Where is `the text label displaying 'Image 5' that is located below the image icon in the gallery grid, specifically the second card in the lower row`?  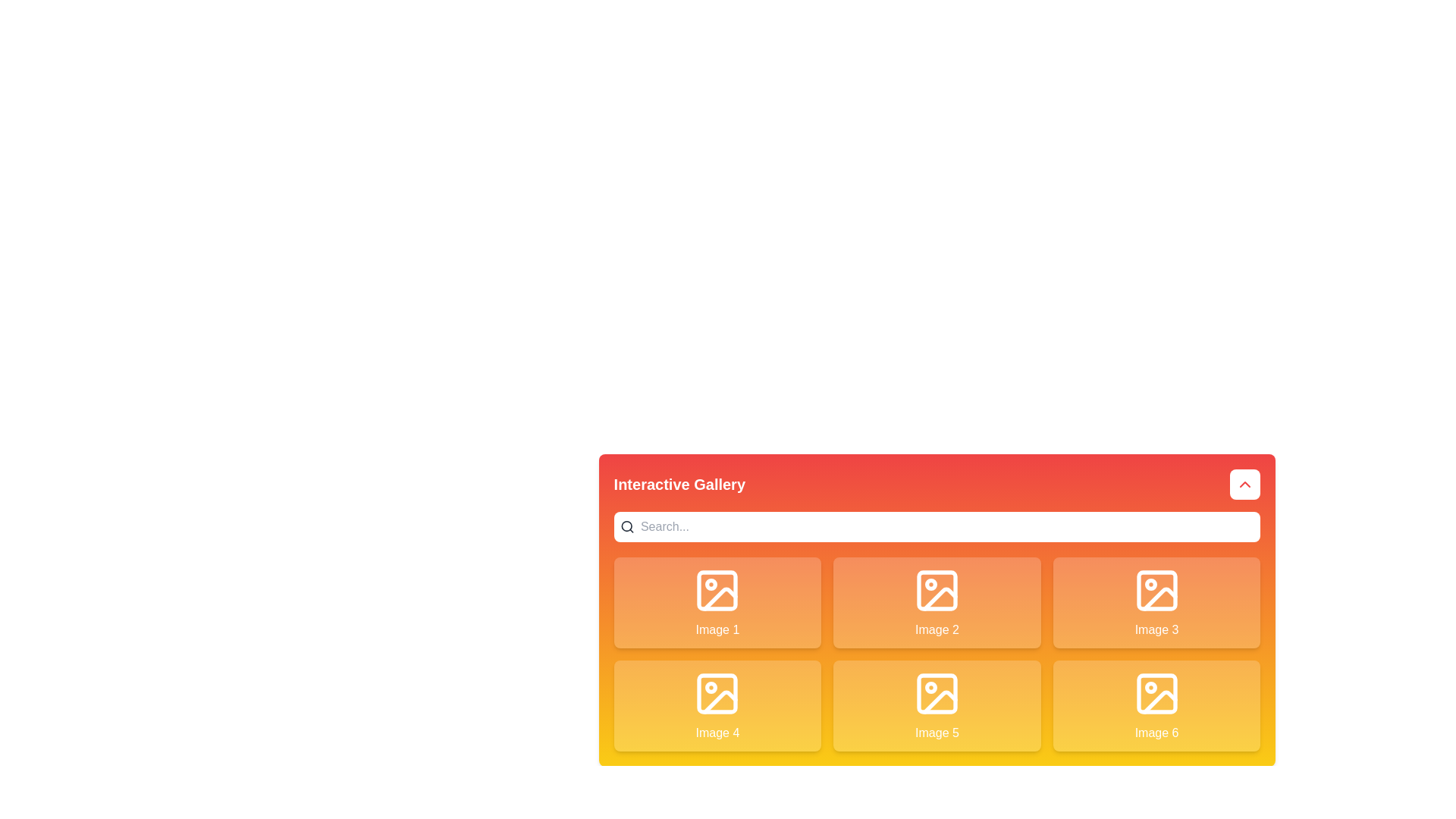
the text label displaying 'Image 5' that is located below the image icon in the gallery grid, specifically the second card in the lower row is located at coordinates (936, 733).